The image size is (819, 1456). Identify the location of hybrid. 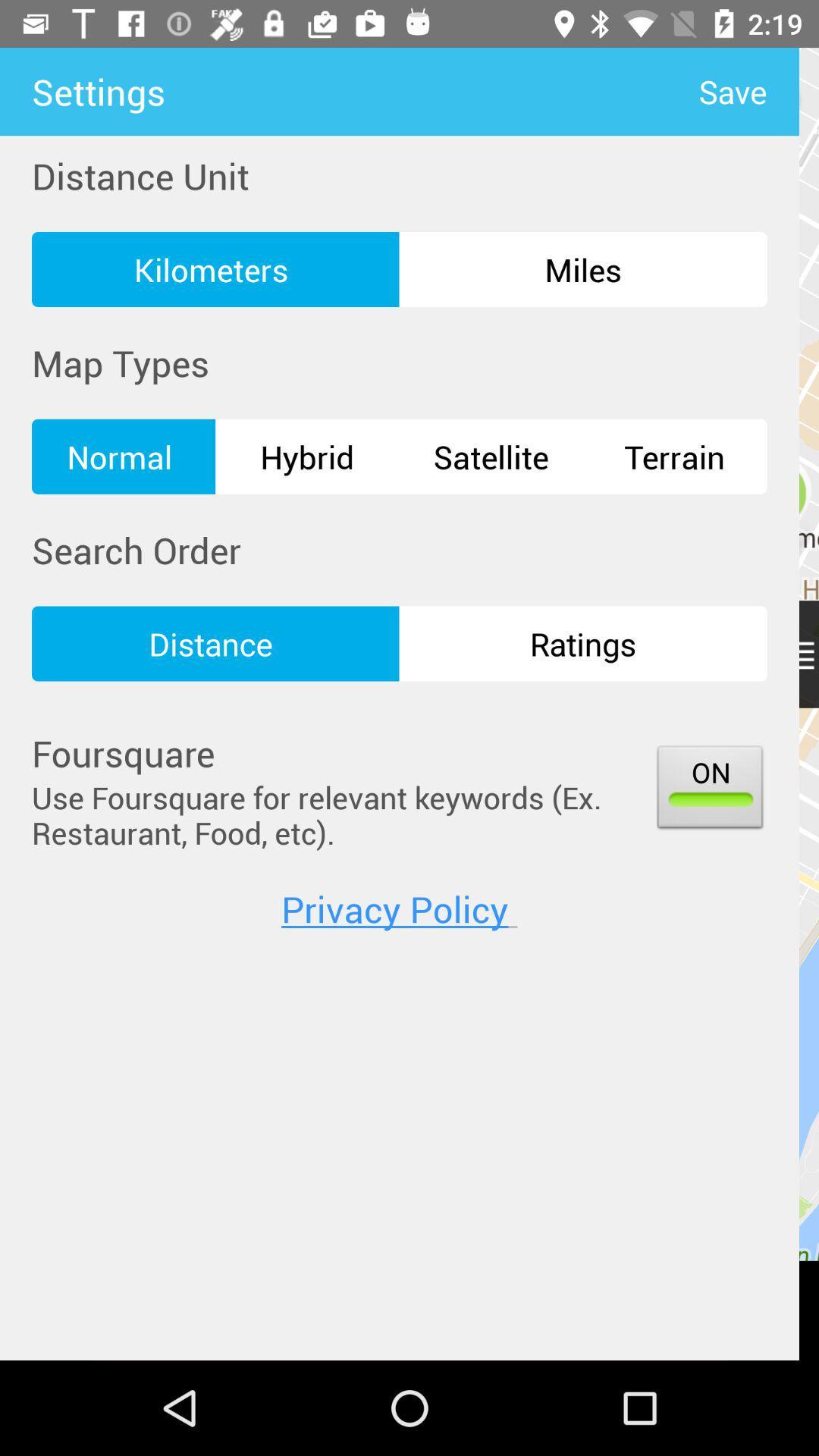
(307, 456).